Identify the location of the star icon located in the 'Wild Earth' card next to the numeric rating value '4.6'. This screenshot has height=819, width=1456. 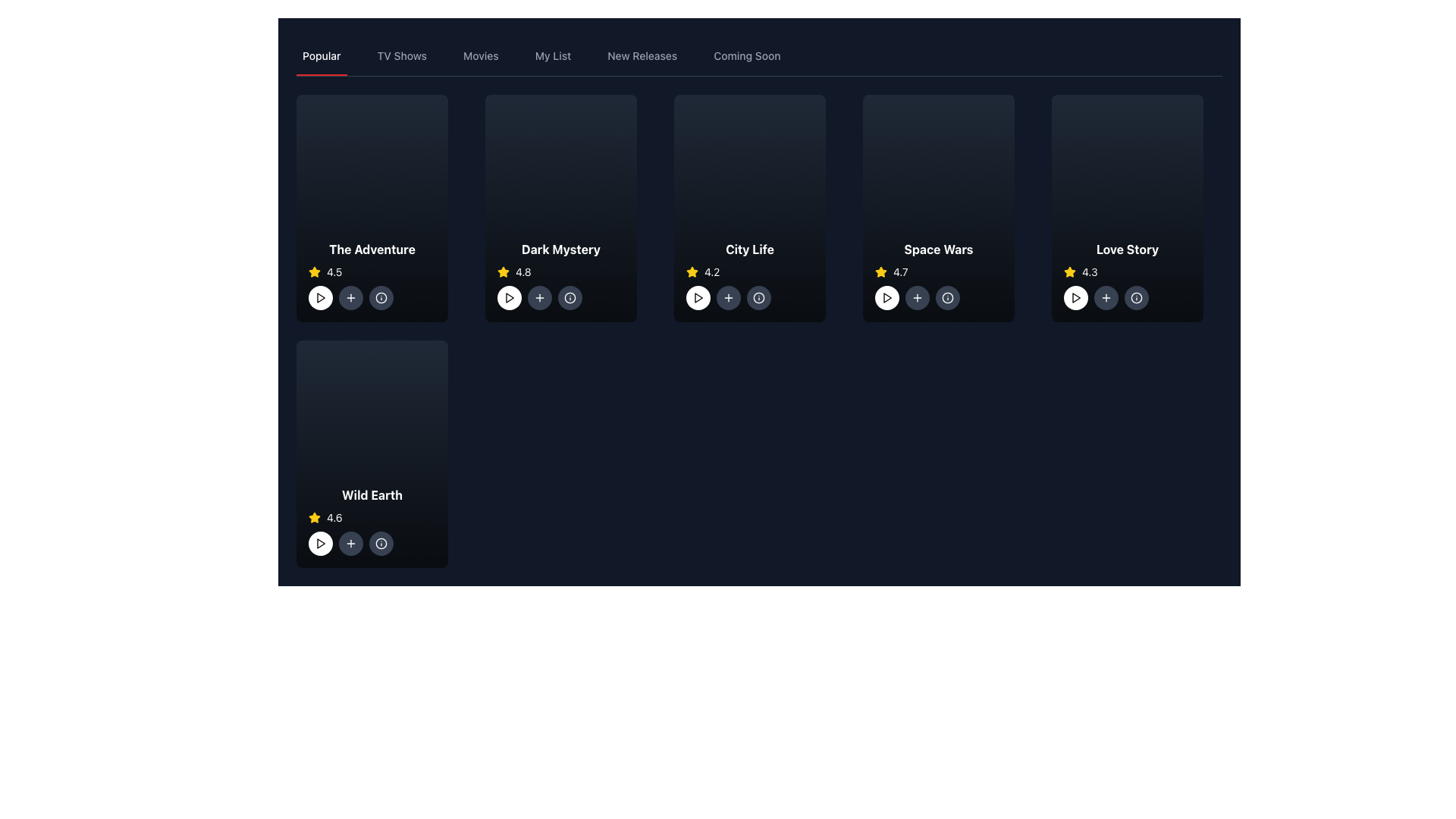
(313, 516).